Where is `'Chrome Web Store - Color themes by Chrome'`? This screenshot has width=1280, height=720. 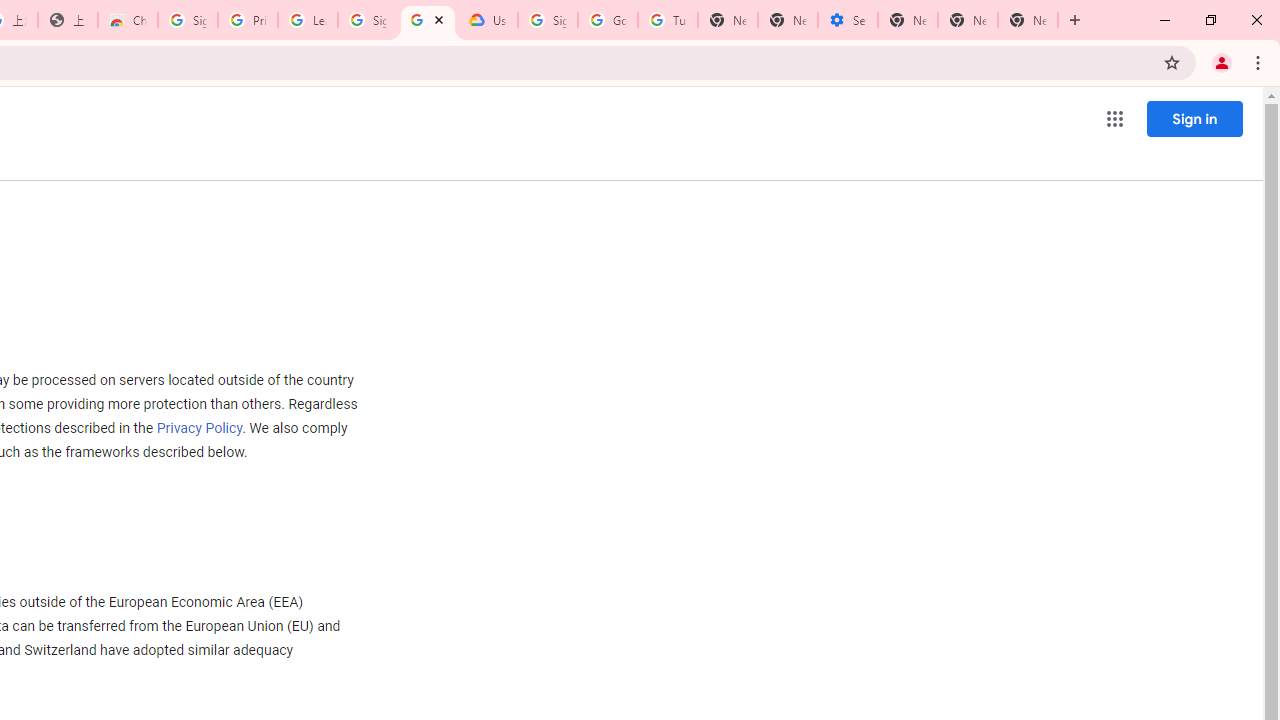
'Chrome Web Store - Color themes by Chrome' is located at coordinates (127, 20).